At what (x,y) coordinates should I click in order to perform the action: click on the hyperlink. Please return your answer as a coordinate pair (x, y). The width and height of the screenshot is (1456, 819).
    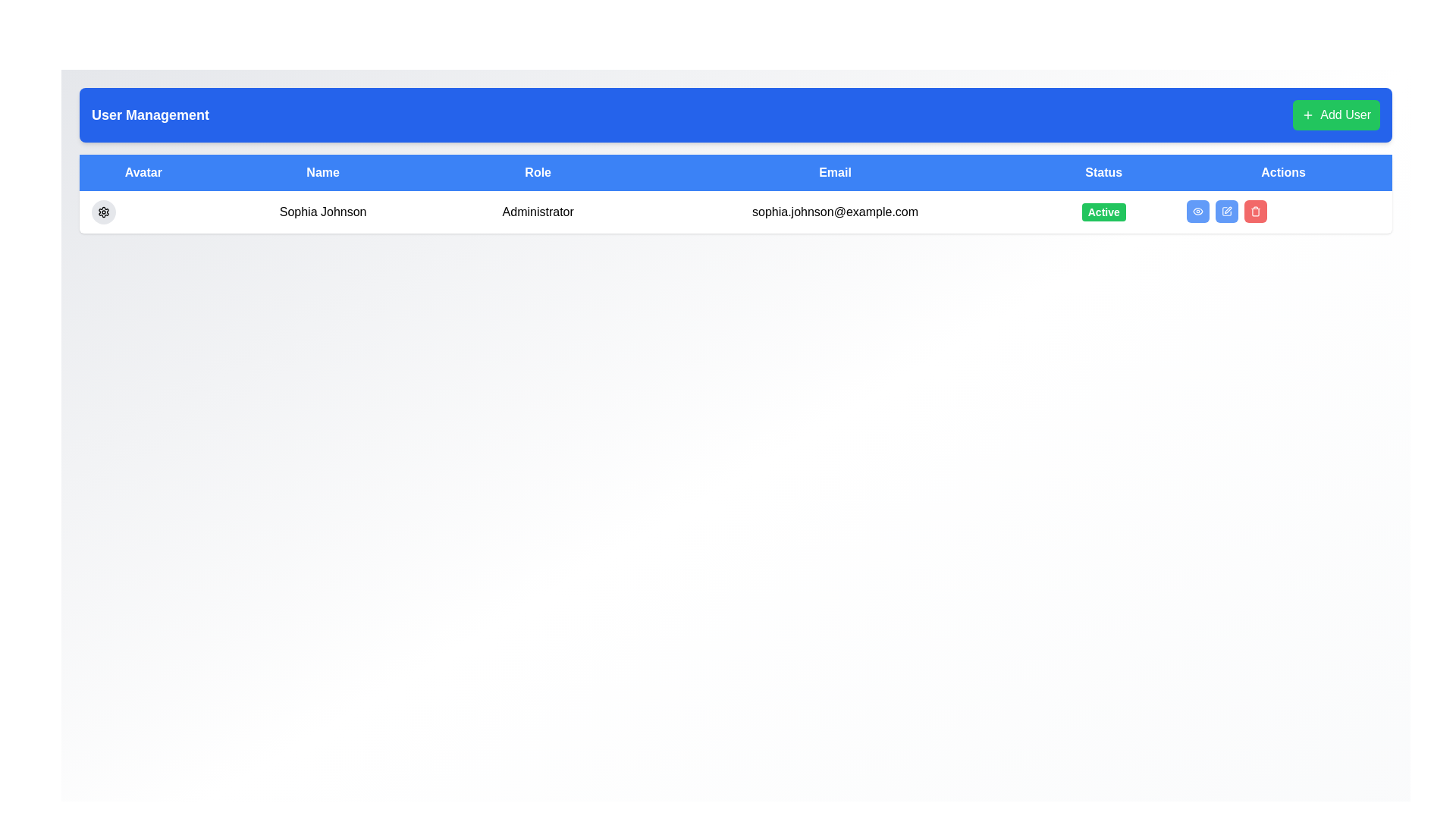
    Looking at the image, I should click on (834, 212).